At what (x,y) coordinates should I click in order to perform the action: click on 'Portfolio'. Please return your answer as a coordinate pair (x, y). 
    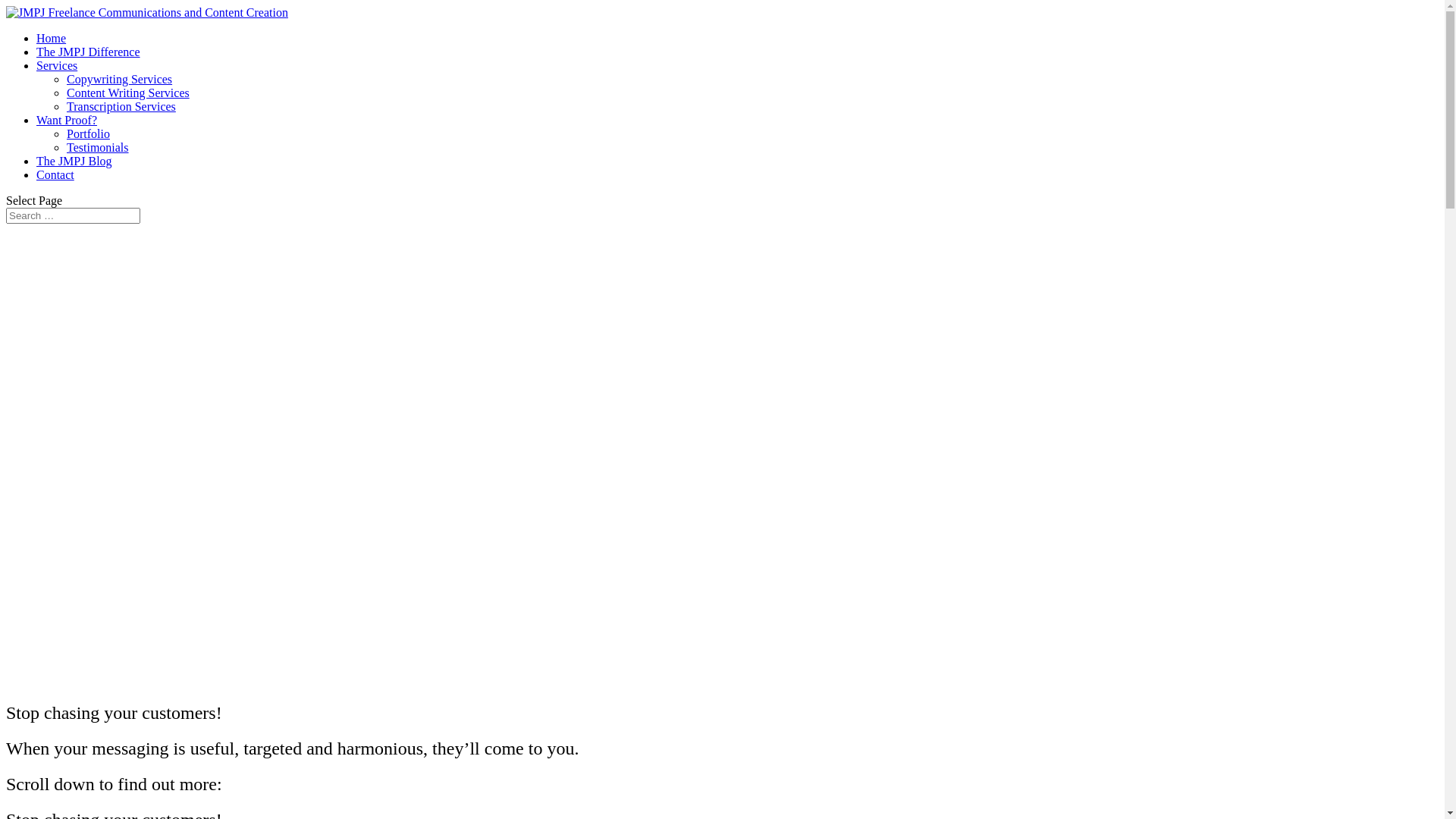
    Looking at the image, I should click on (87, 133).